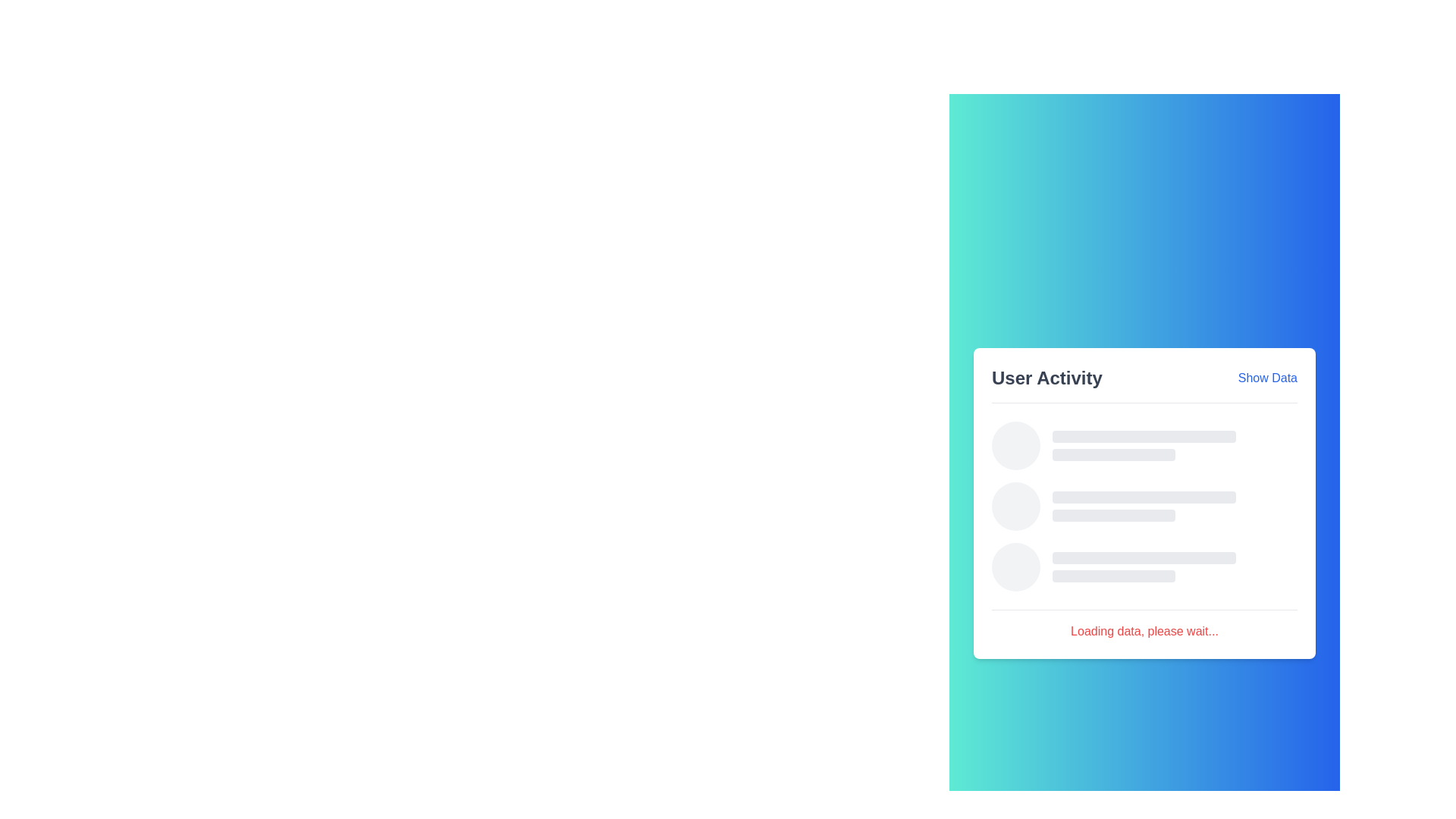  Describe the element at coordinates (1144, 625) in the screenshot. I see `the status indicator text label that informs the user about the current activity of data loading, located at the bottom of a white rectangular card with rounded corners` at that location.